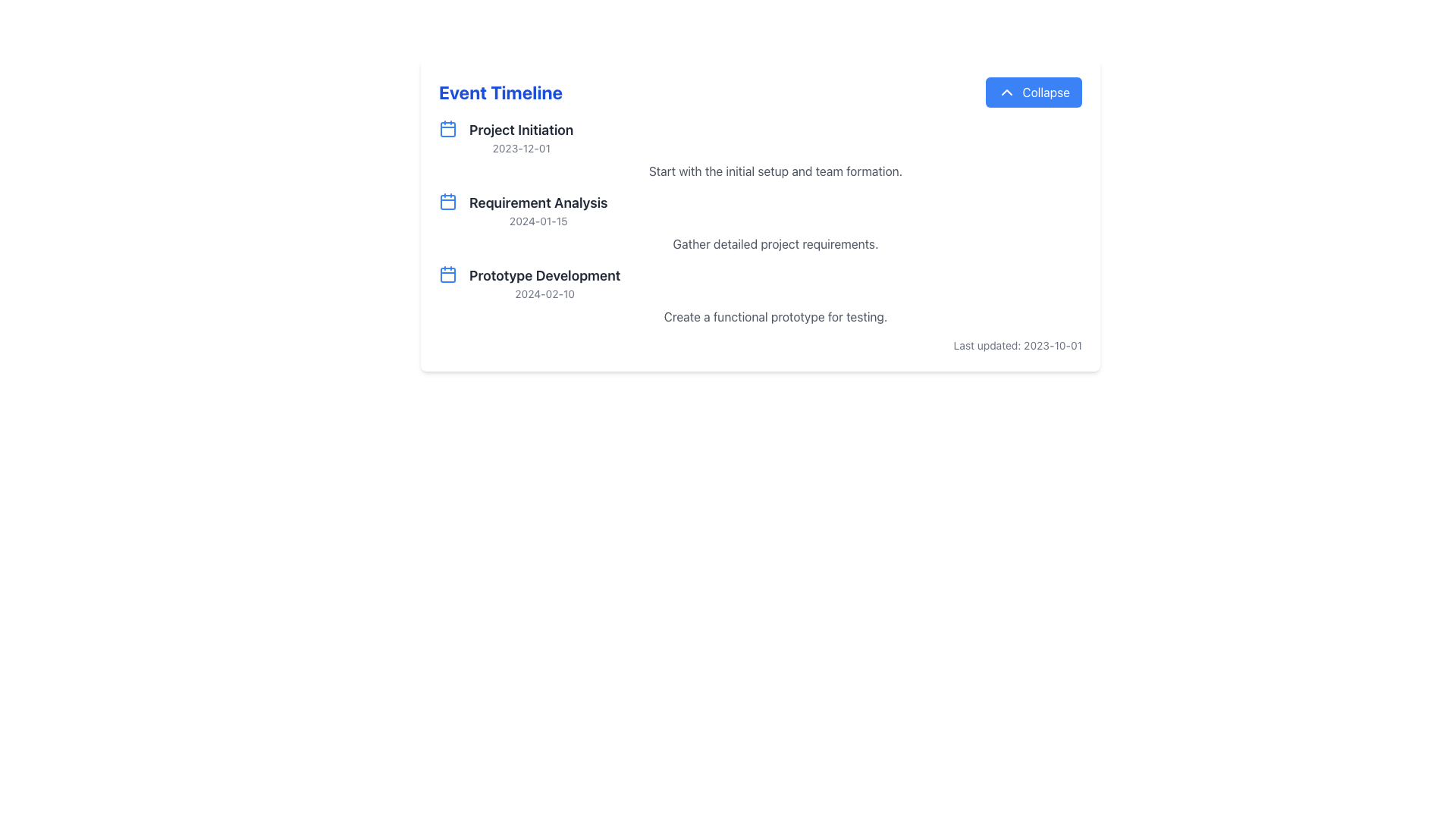  I want to click on the blue rectangular 'Collapse' button with a white upward arrow icon located in the top-right area of the 'Event Timeline' header section, so click(1033, 93).